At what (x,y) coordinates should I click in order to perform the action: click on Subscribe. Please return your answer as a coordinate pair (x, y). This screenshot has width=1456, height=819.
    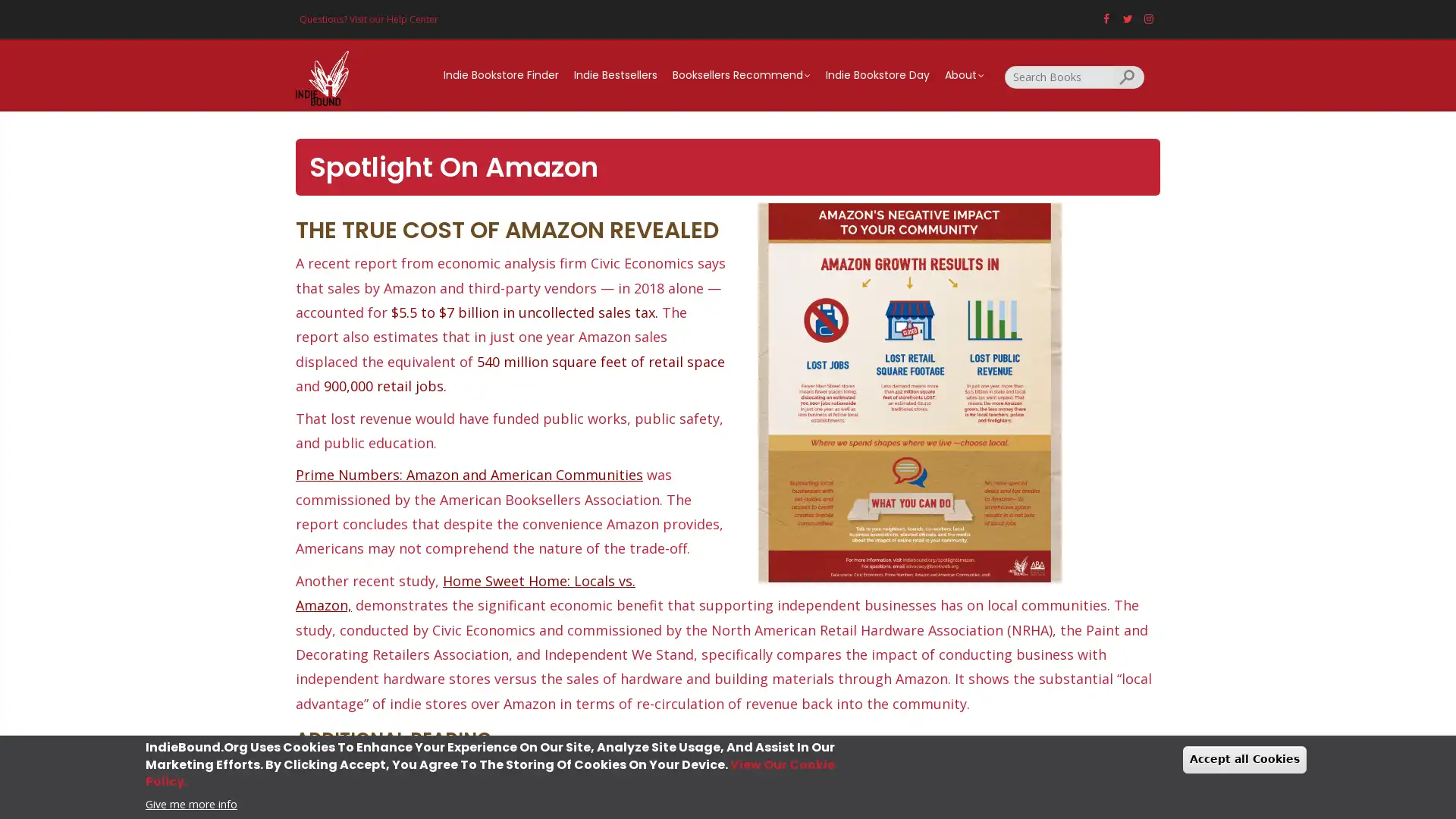
    Looking at the image, I should click on (728, 522).